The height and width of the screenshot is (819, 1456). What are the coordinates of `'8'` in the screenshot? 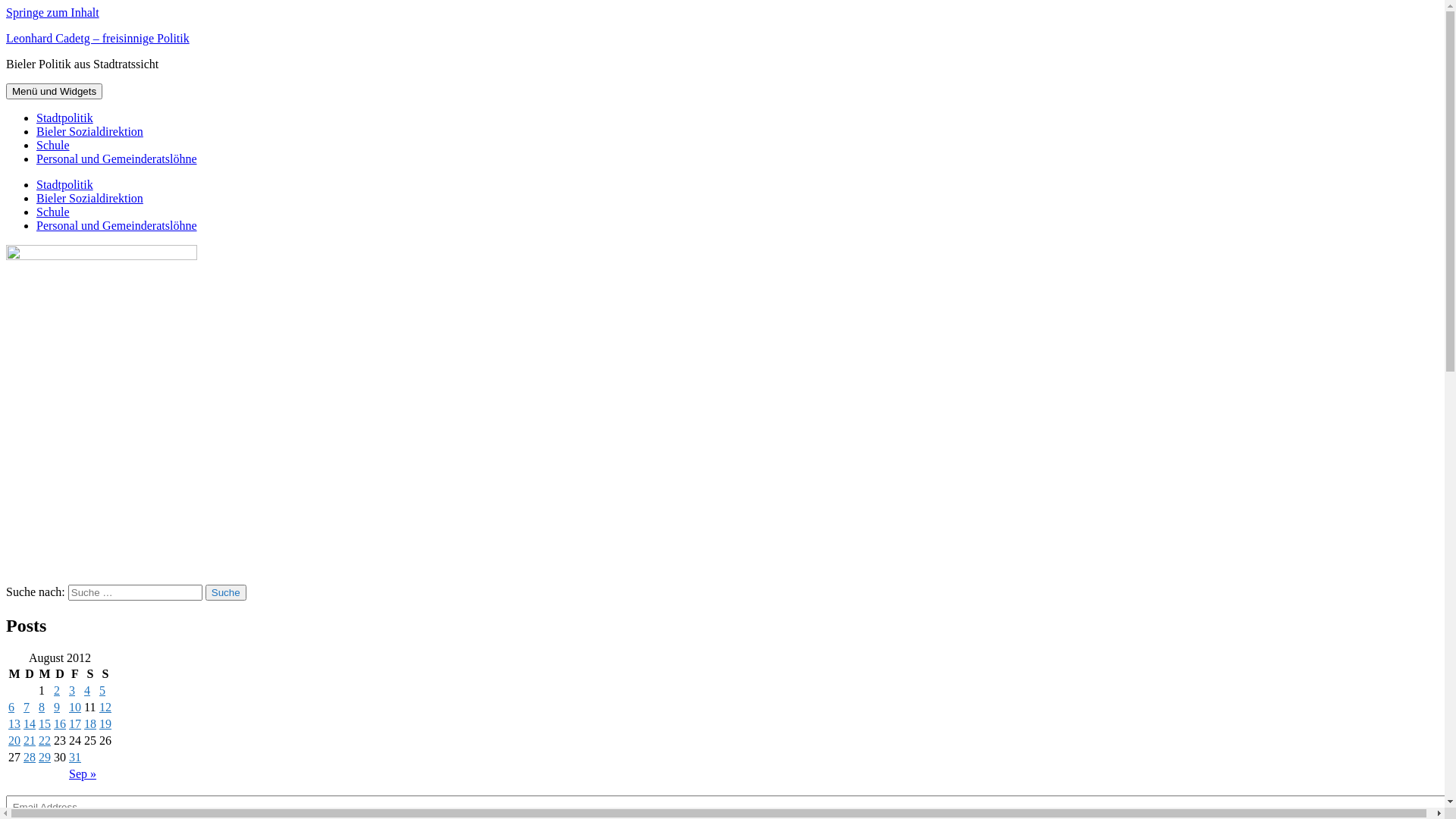 It's located at (41, 707).